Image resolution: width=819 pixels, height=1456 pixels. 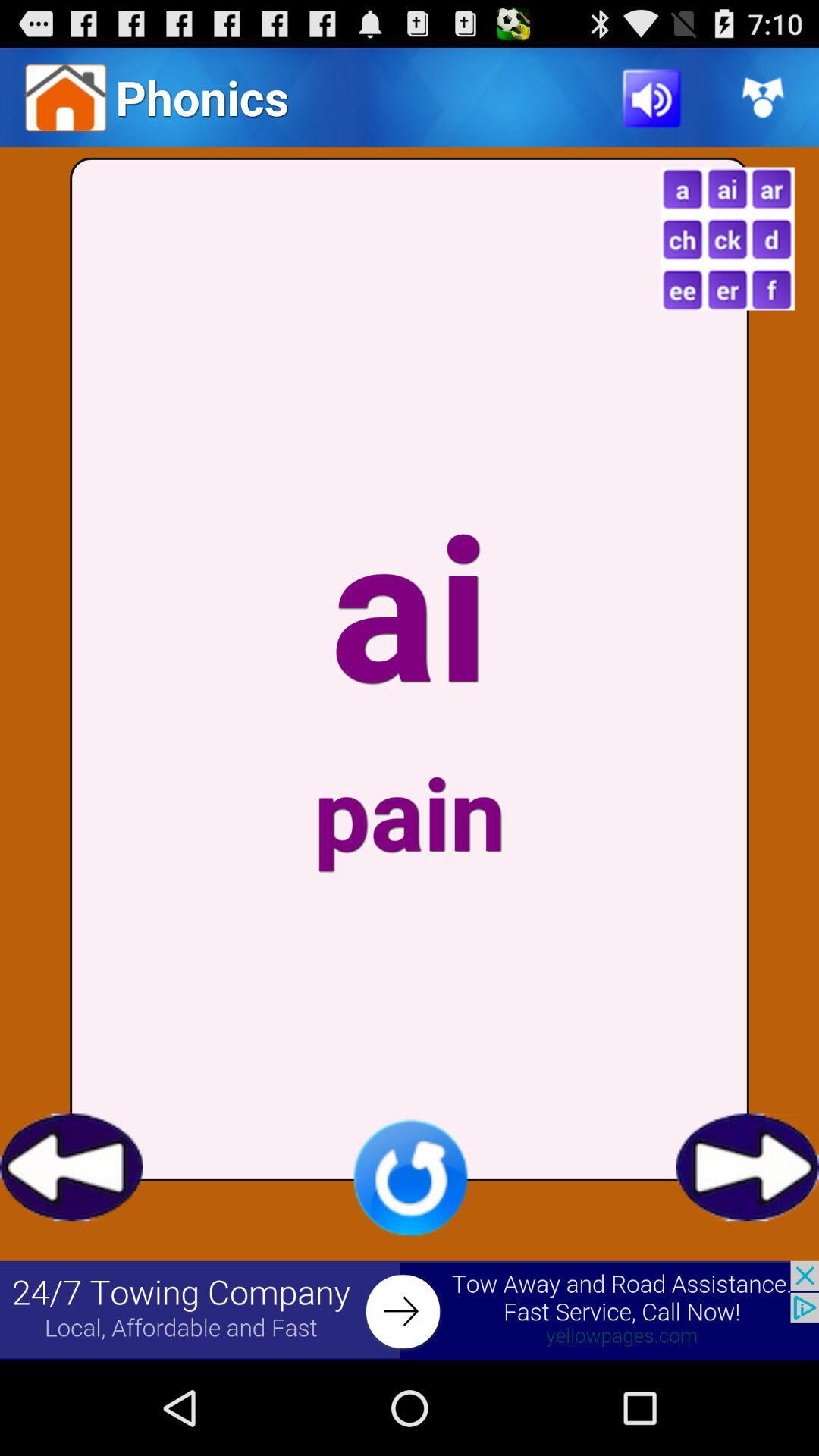 I want to click on go forward, so click(x=746, y=1166).